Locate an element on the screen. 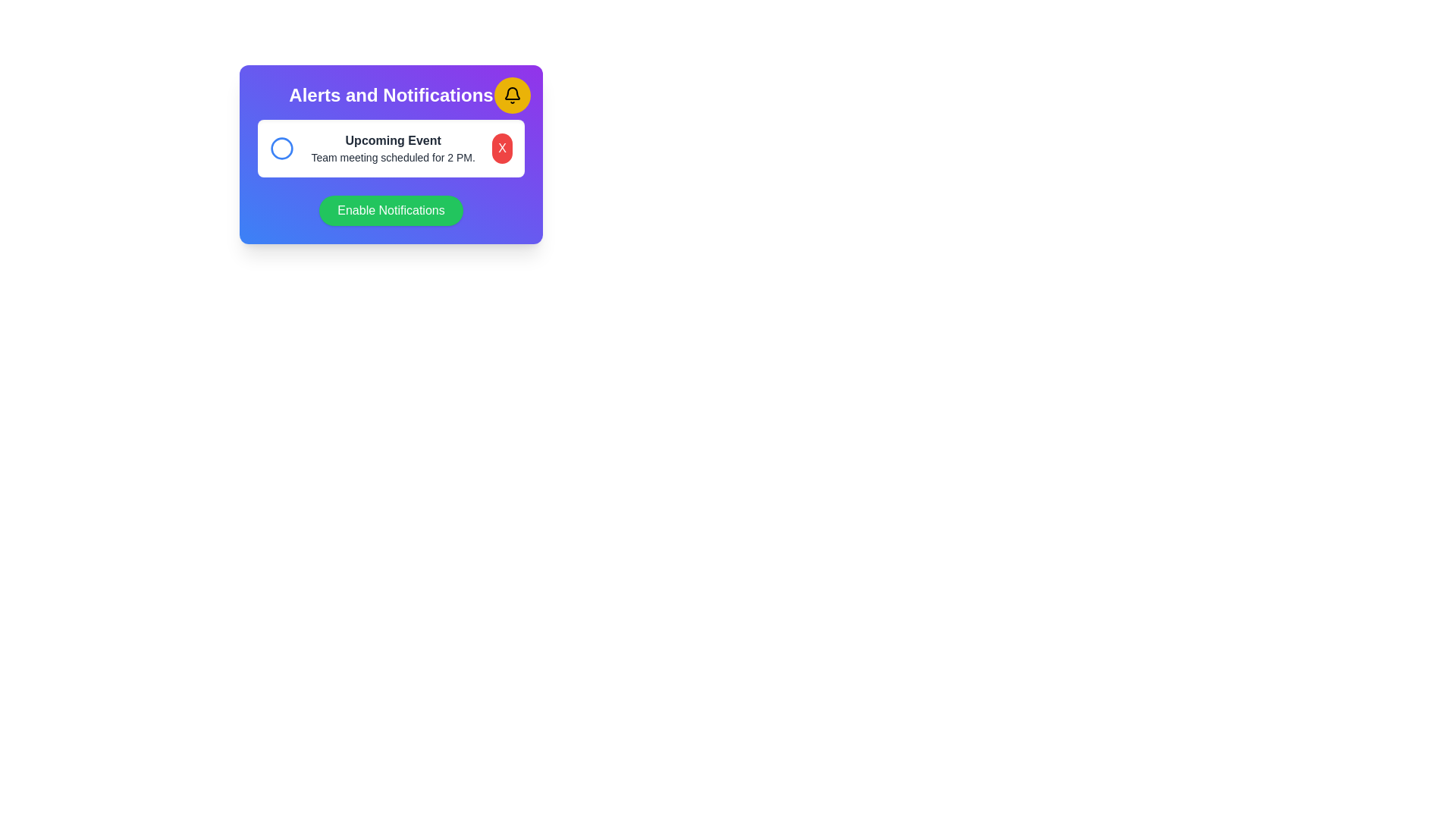 The image size is (1456, 819). the notification icon located in the top-right corner of the purple 'Alerts and Notifications' card, which is enclosed within a yellow circular background is located at coordinates (513, 96).